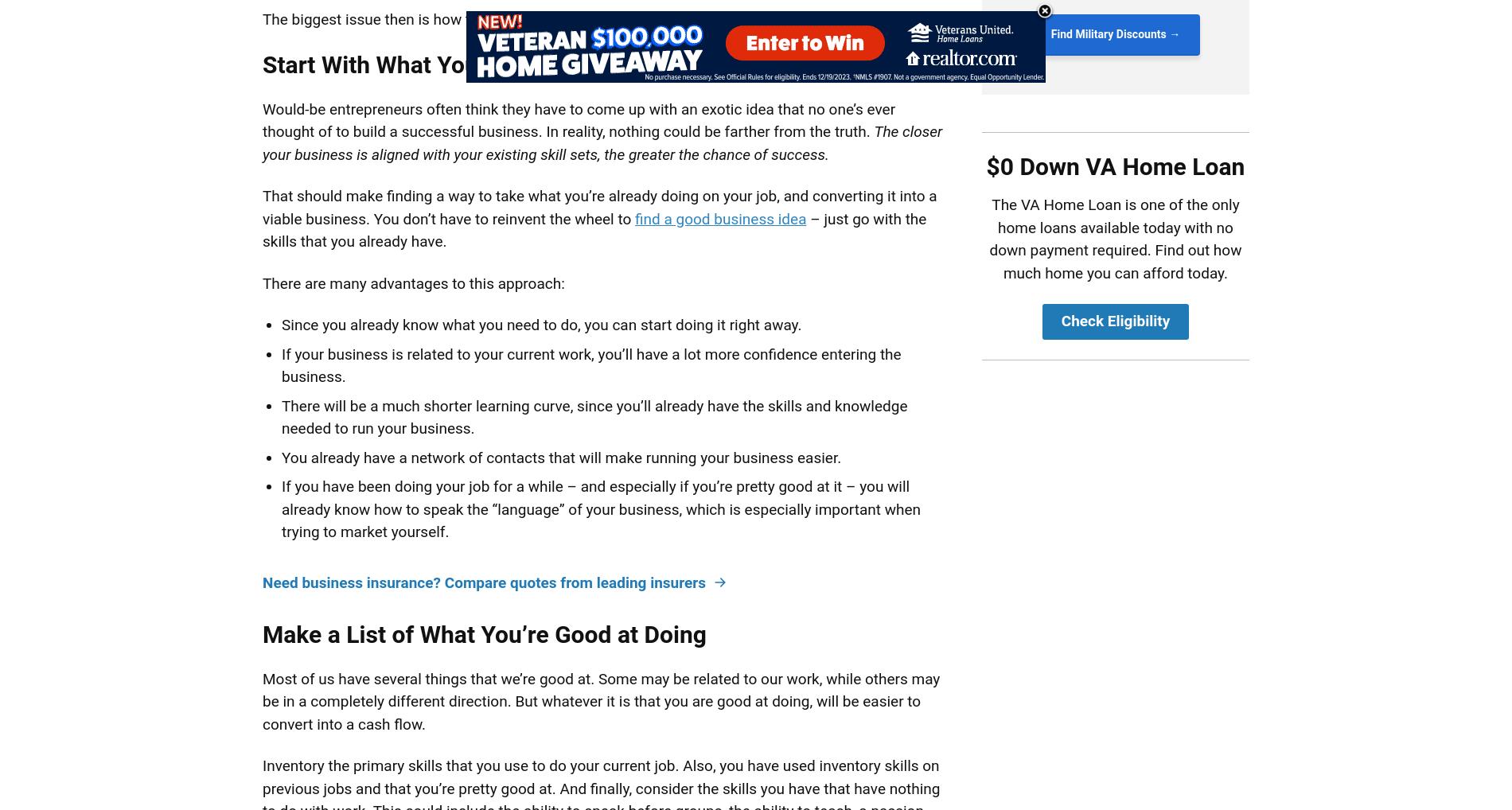  What do you see at coordinates (413, 282) in the screenshot?
I see `'There are many advantages to this approach:'` at bounding box center [413, 282].